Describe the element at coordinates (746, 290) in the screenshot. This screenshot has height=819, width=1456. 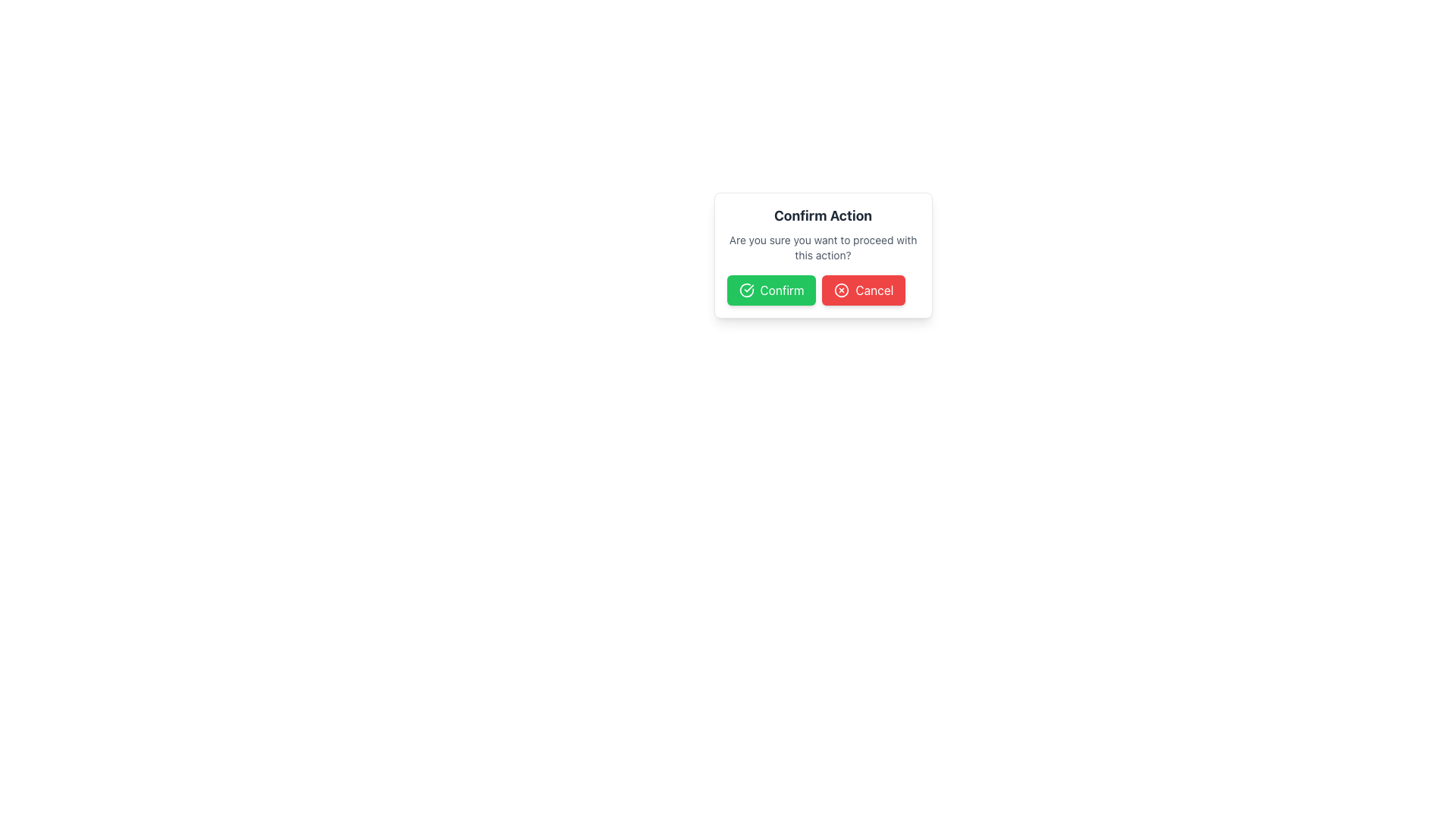
I see `the confirmation icon located to the left of the 'Confirm' button in the dialog box titled 'Confirm Action'` at that location.